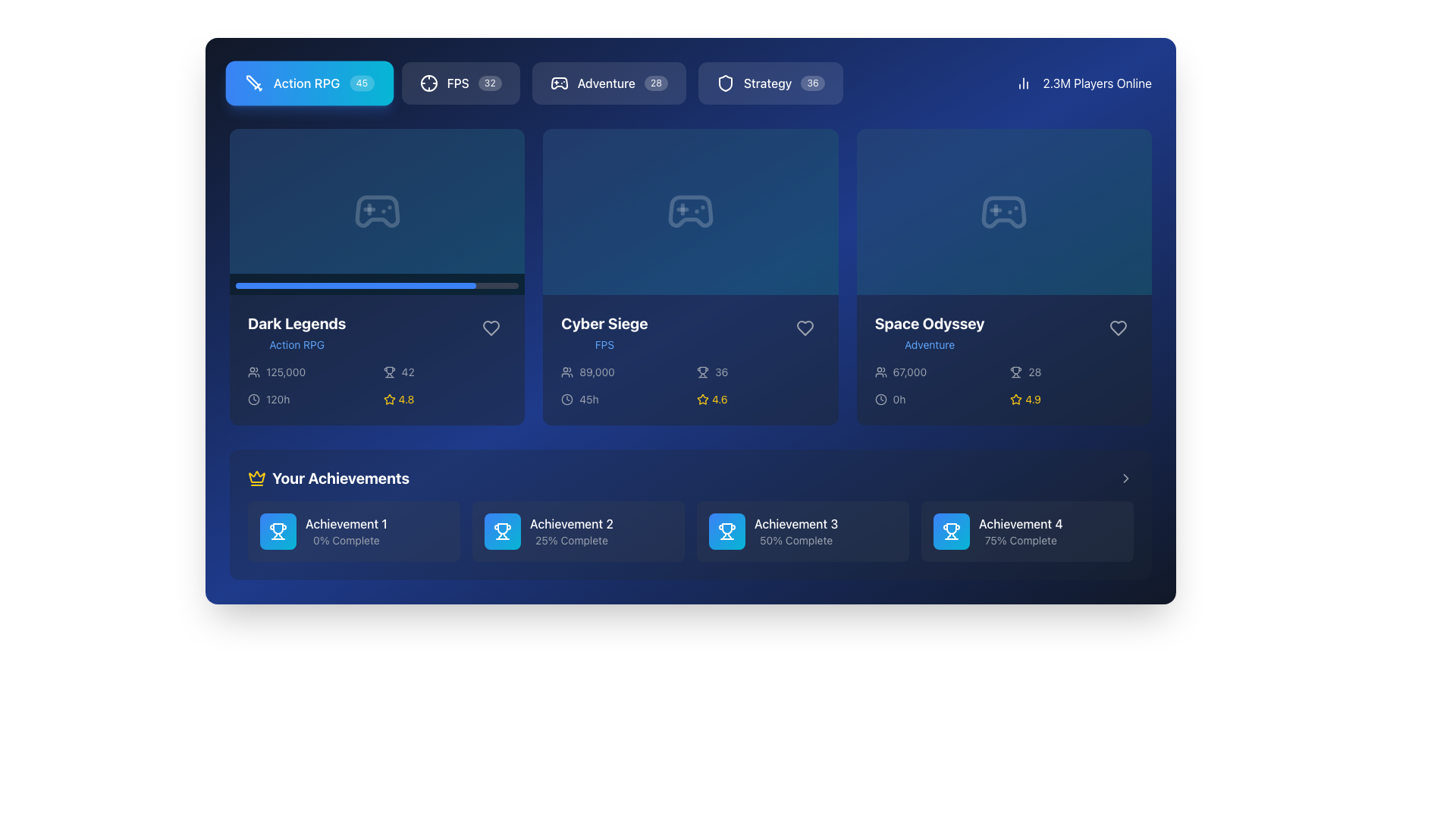 This screenshot has height=819, width=1456. Describe the element at coordinates (278, 531) in the screenshot. I see `the trophy icon located inside the 'Achievement 1' card in the 'Your Achievements' section` at that location.